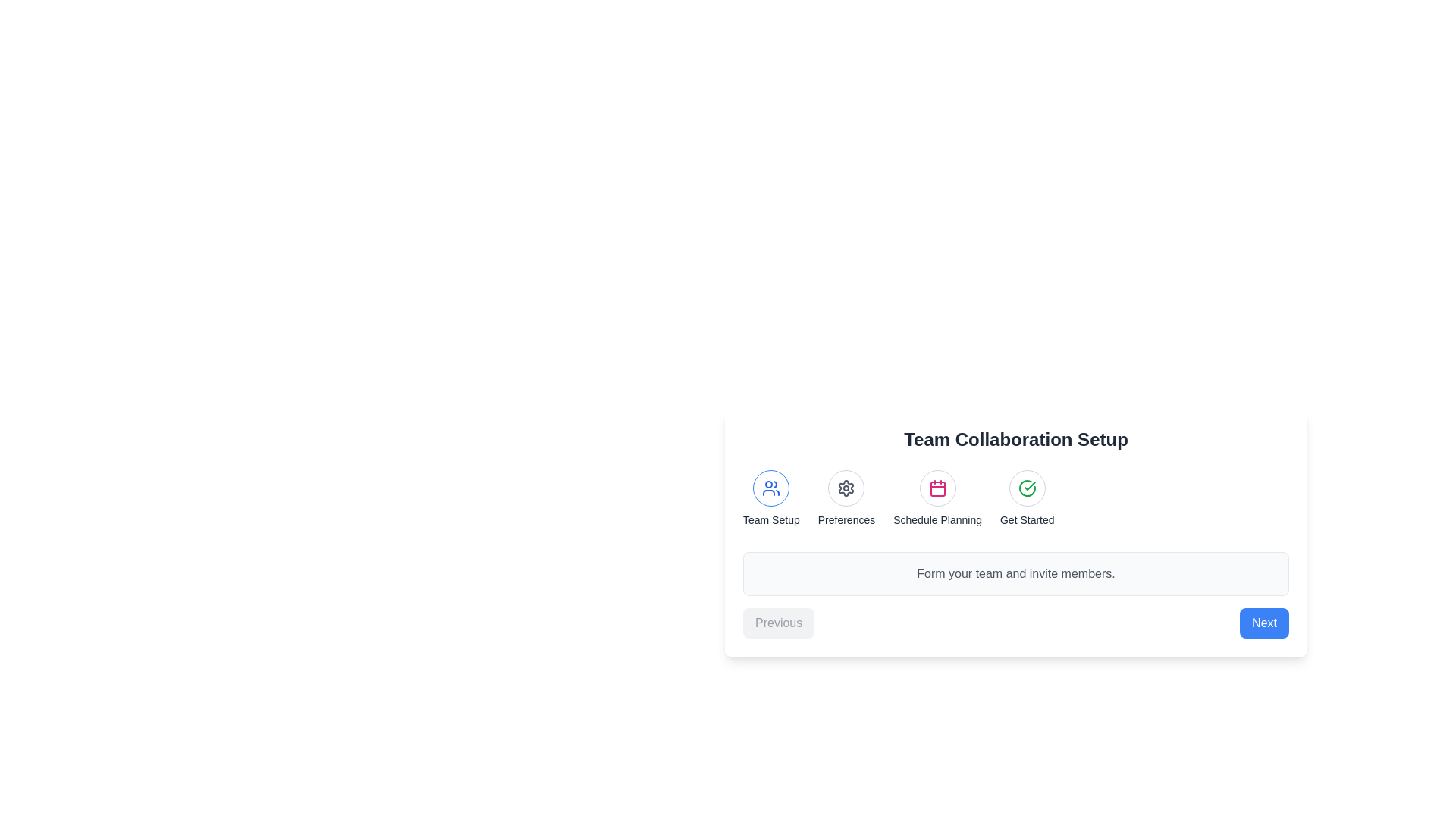  I want to click on text of the 'Get Started' indicator, which is a green circular checkmark icon with a medium-weighted gray font label located in the fourth position of the step indicators in the 'Team Collaboration Setup' section, so click(1027, 499).